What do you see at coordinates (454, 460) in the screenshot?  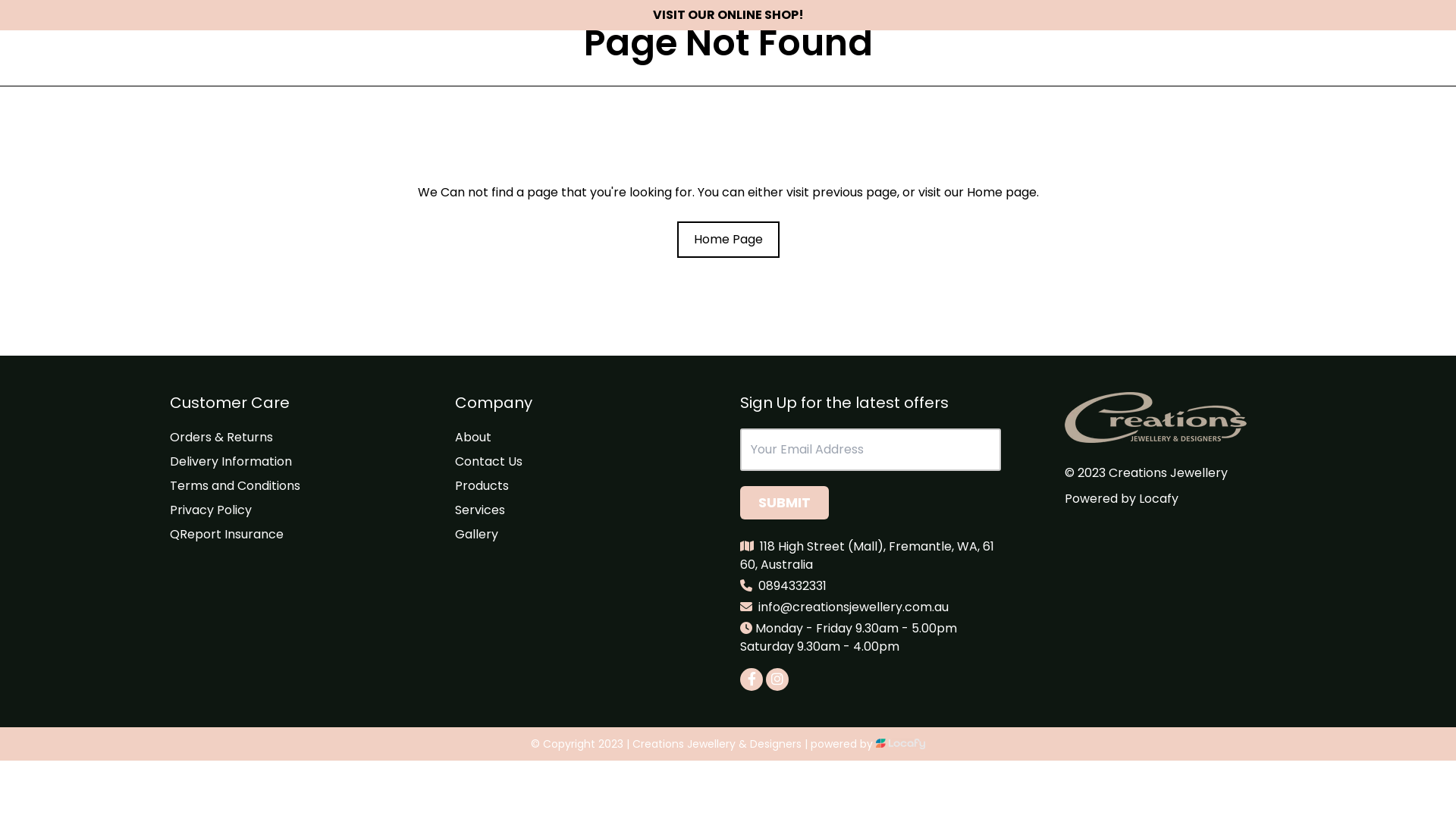 I see `'Contact Us'` at bounding box center [454, 460].